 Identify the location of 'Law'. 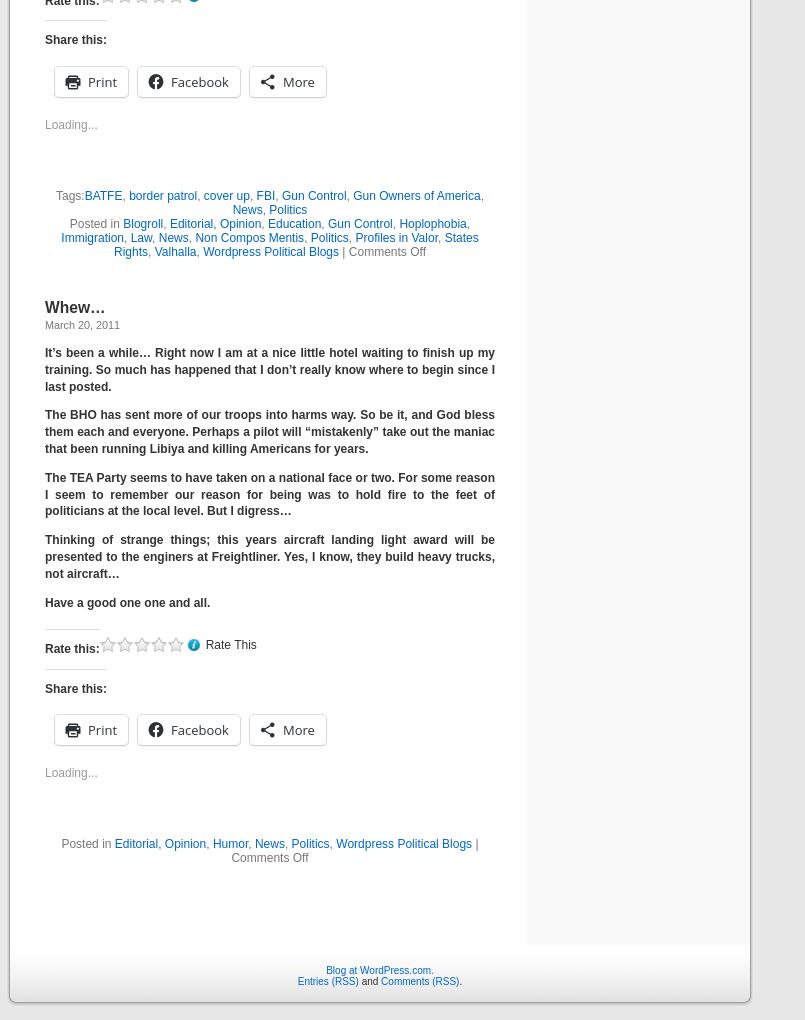
(141, 237).